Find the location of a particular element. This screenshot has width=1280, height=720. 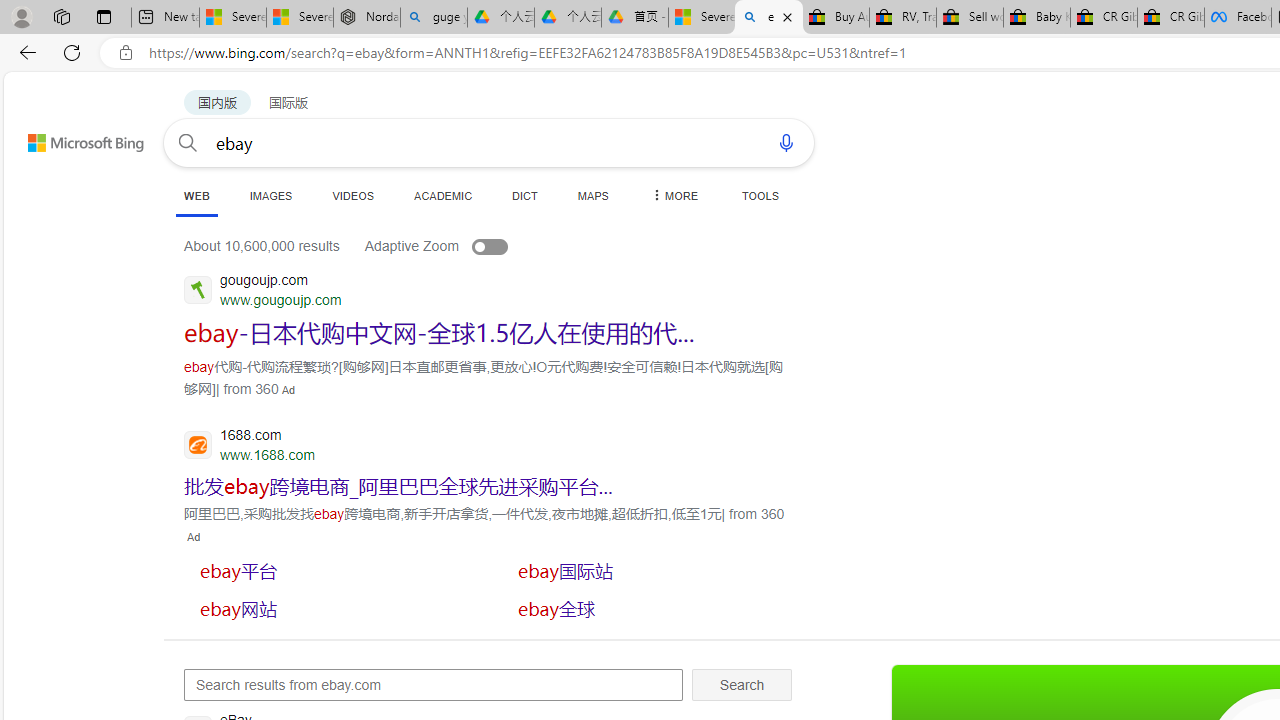

'MAPS' is located at coordinates (592, 195).